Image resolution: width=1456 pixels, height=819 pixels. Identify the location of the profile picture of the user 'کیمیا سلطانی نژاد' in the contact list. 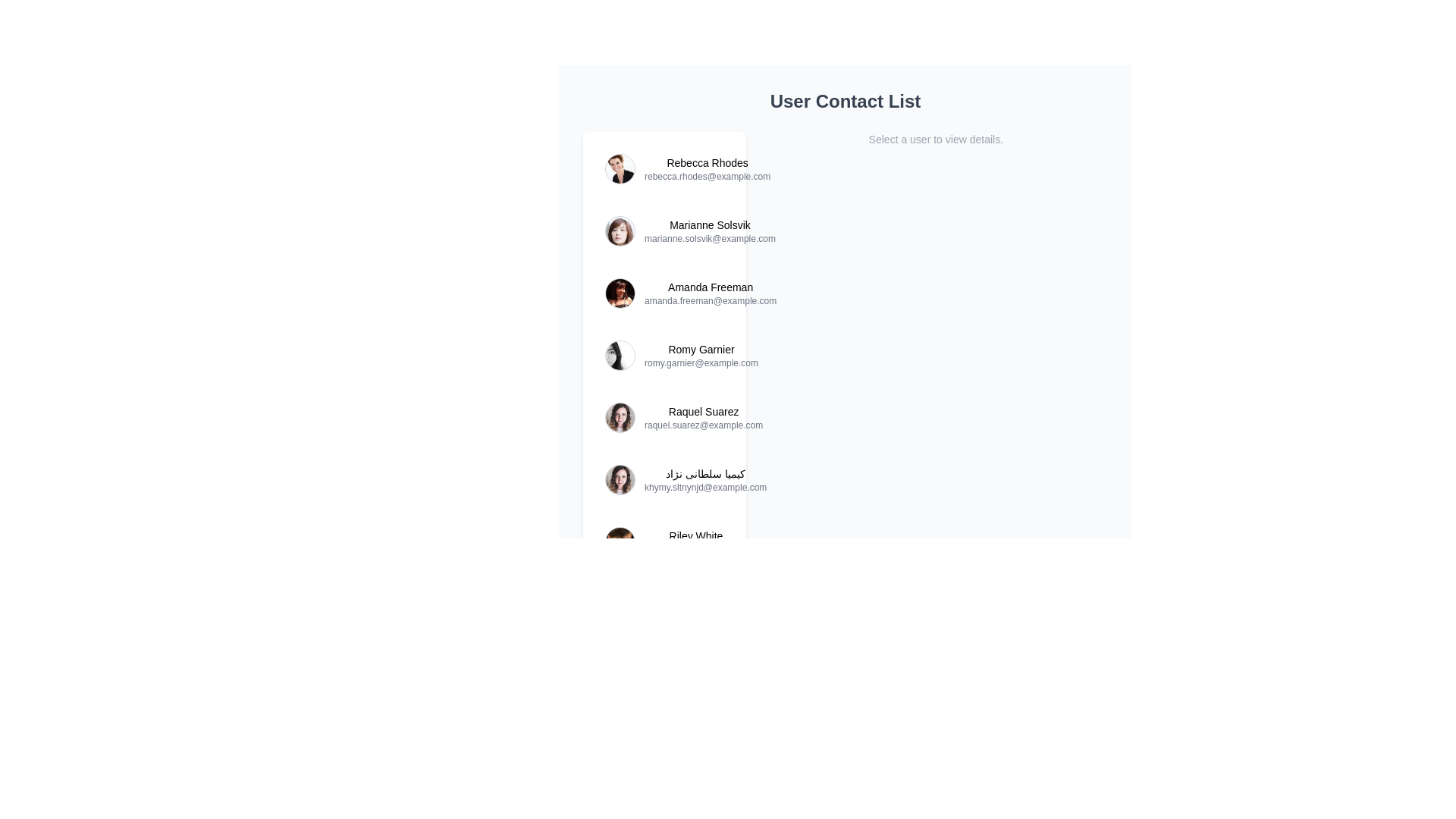
(620, 479).